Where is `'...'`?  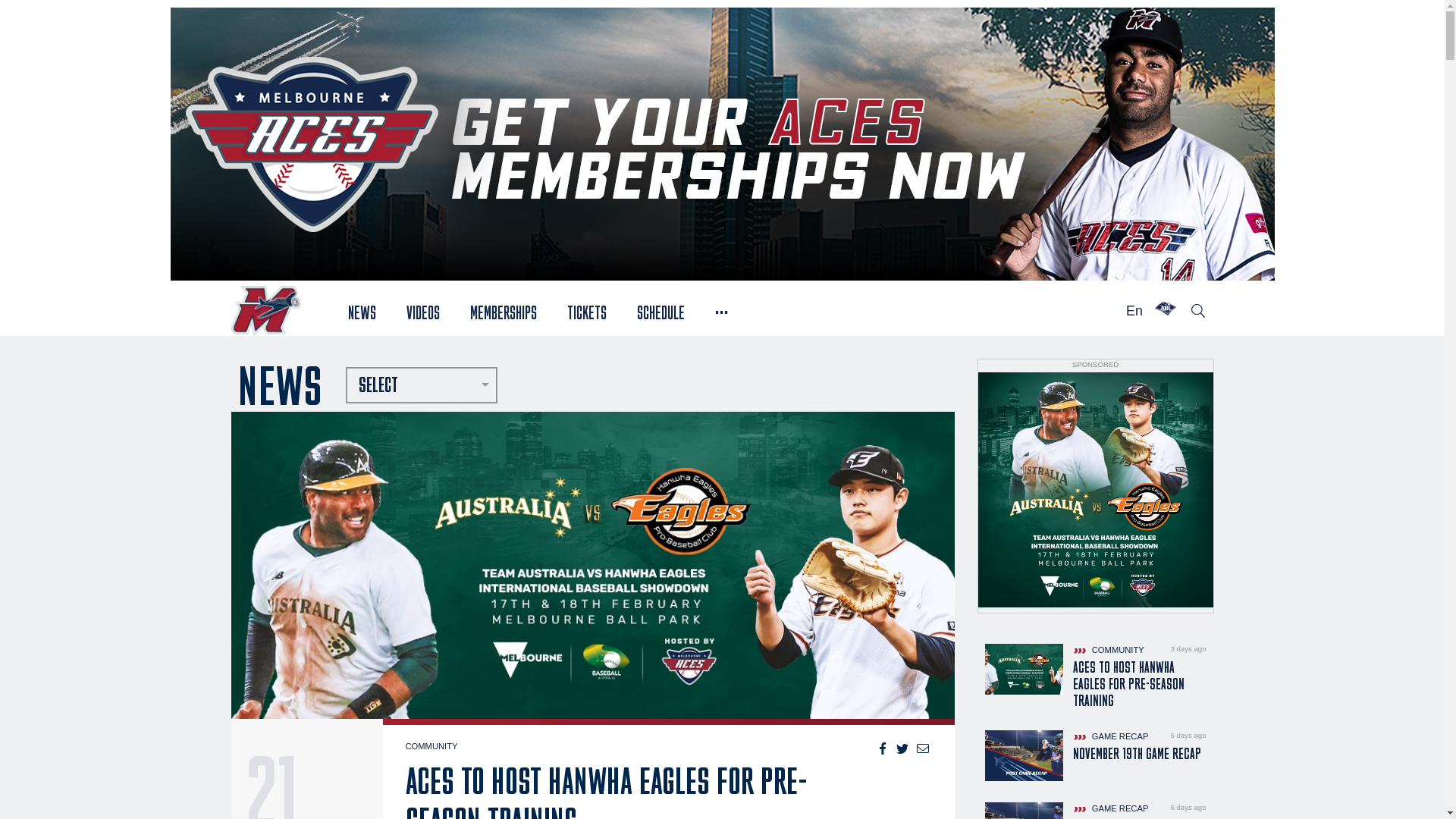
'...' is located at coordinates (698, 309).